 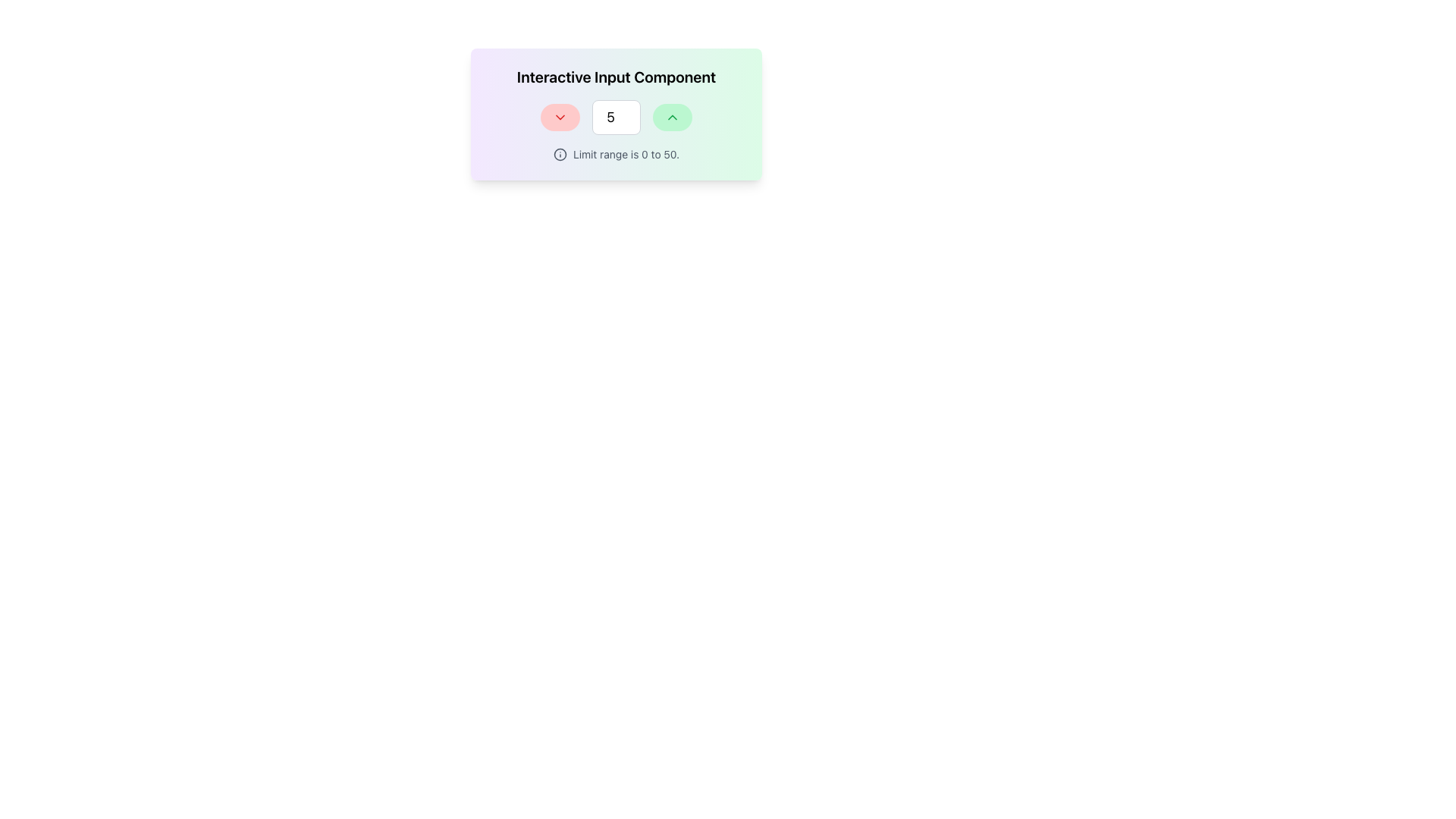 What do you see at coordinates (672, 116) in the screenshot?
I see `the green circular button with an upward arrow icon located at the rightmost position in the row of controls` at bounding box center [672, 116].